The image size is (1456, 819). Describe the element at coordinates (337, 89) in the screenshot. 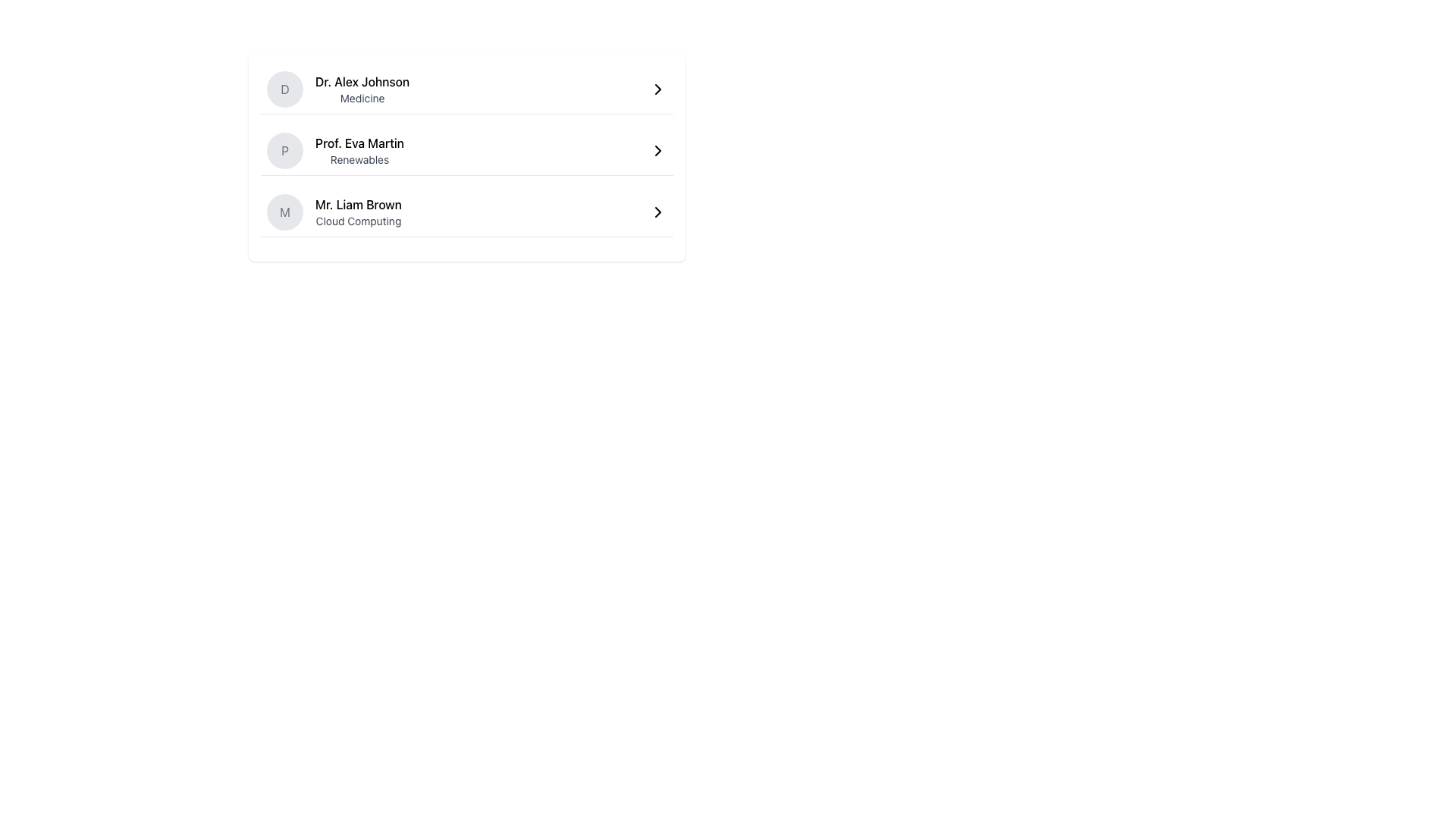

I see `the list item displaying 'Dr. Alex Johnson'` at that location.